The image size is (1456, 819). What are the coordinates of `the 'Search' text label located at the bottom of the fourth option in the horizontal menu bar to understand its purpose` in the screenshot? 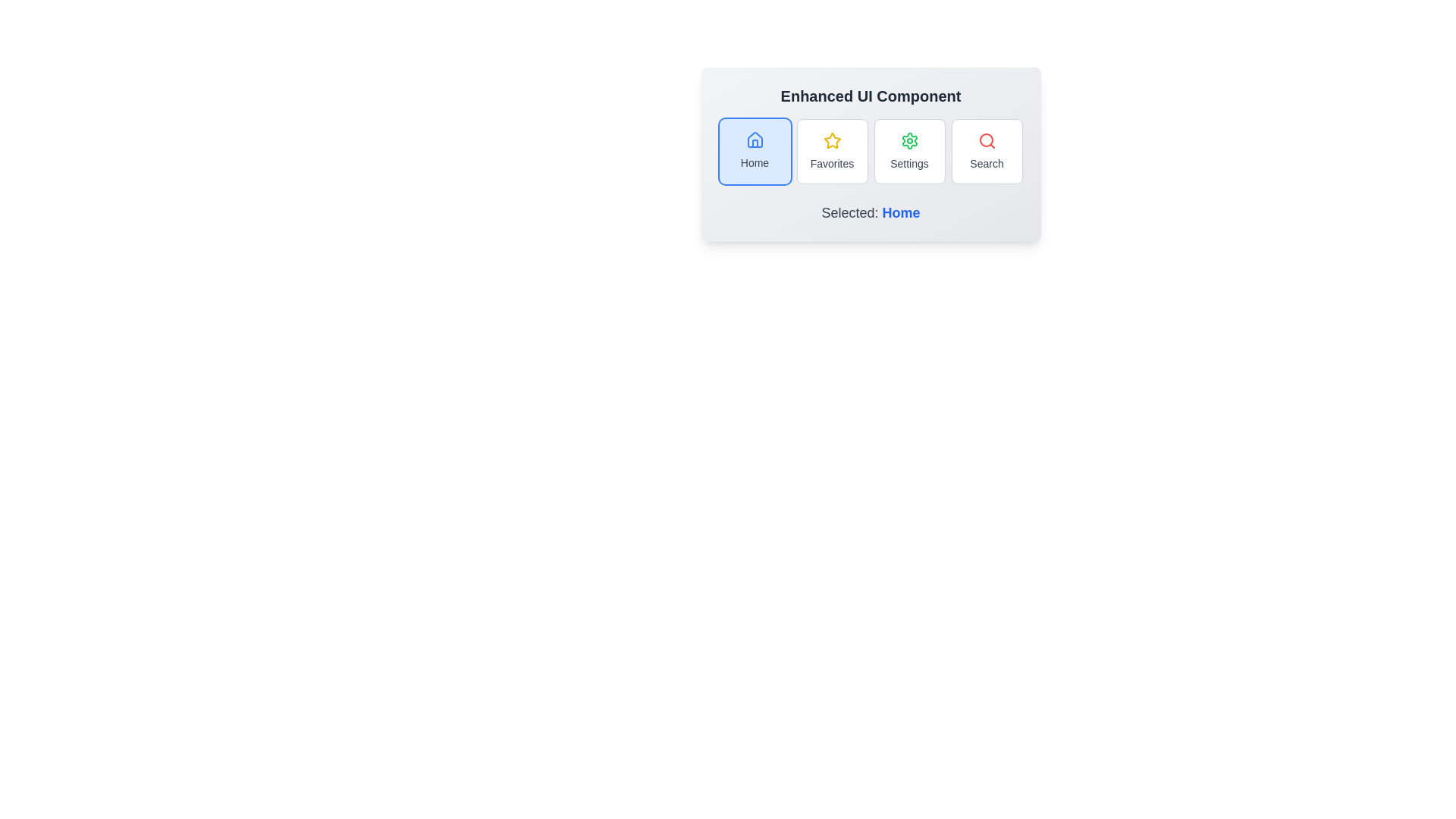 It's located at (987, 164).